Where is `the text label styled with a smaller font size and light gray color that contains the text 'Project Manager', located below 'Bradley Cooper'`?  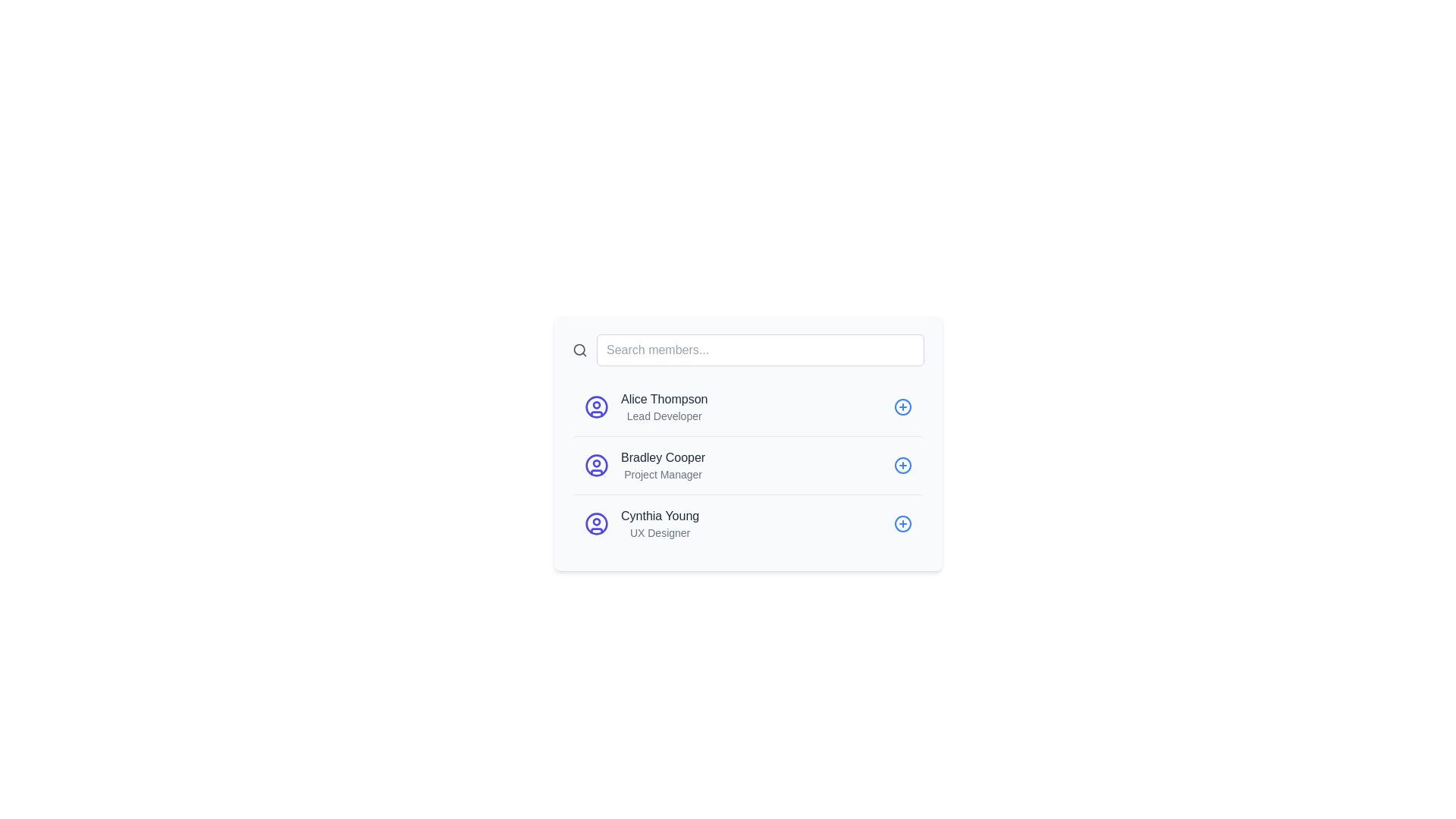
the text label styled with a smaller font size and light gray color that contains the text 'Project Manager', located below 'Bradley Cooper' is located at coordinates (663, 473).